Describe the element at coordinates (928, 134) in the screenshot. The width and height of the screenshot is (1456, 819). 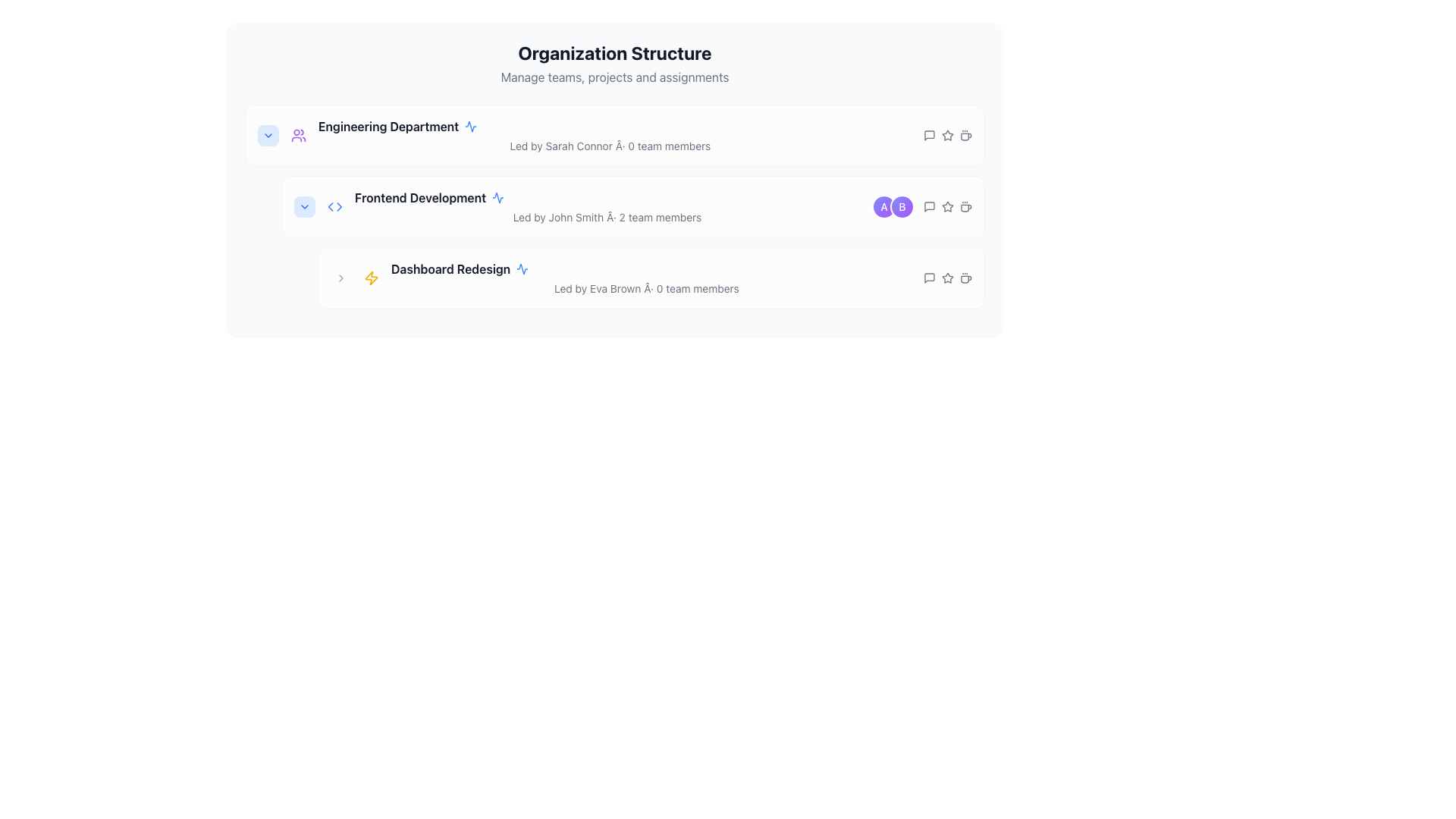
I see `the SVG icon resembling a speech bubble in the 'Engineering Department' section for keyboard interactions` at that location.